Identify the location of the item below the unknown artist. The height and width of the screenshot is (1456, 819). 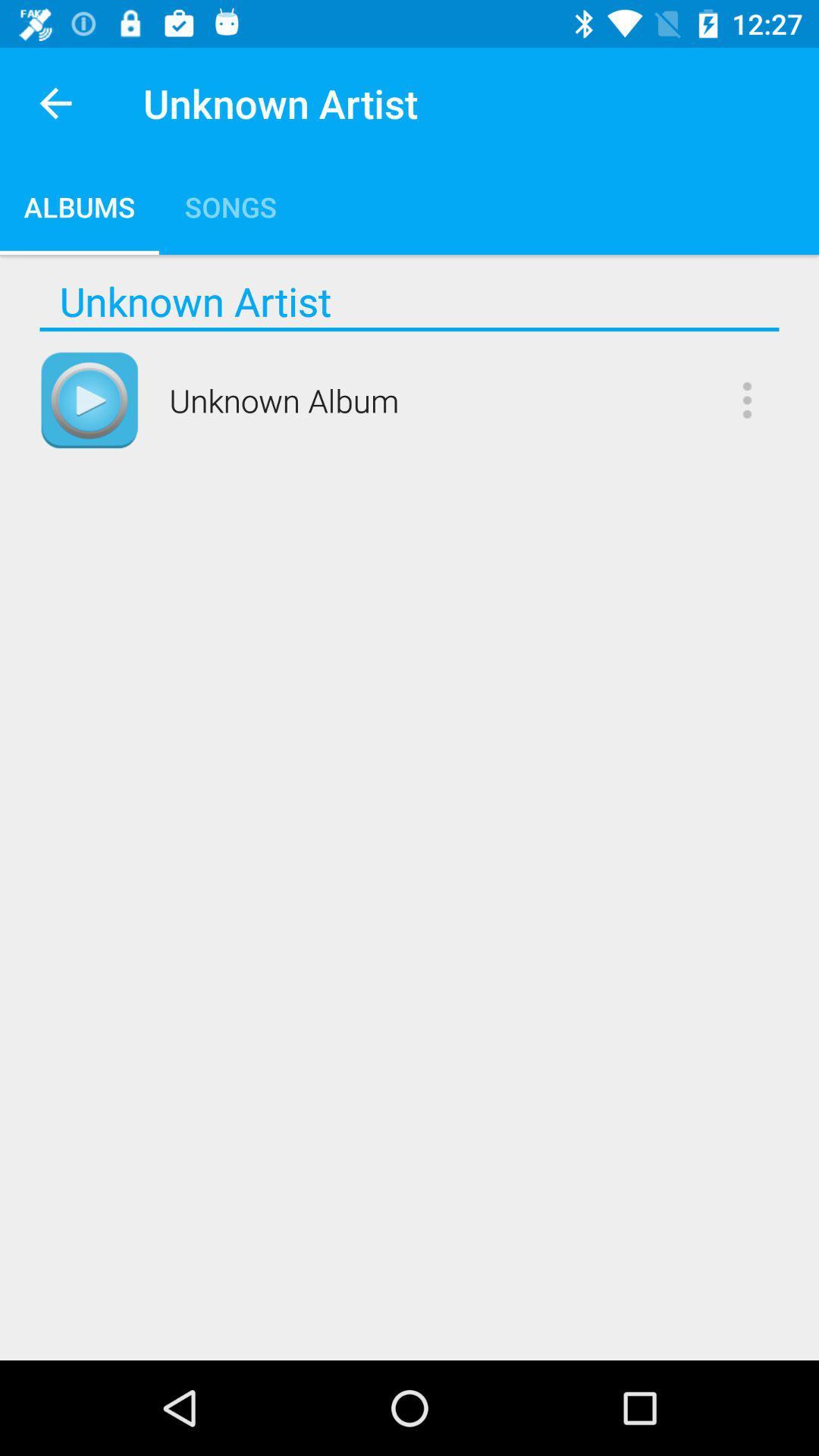
(409, 328).